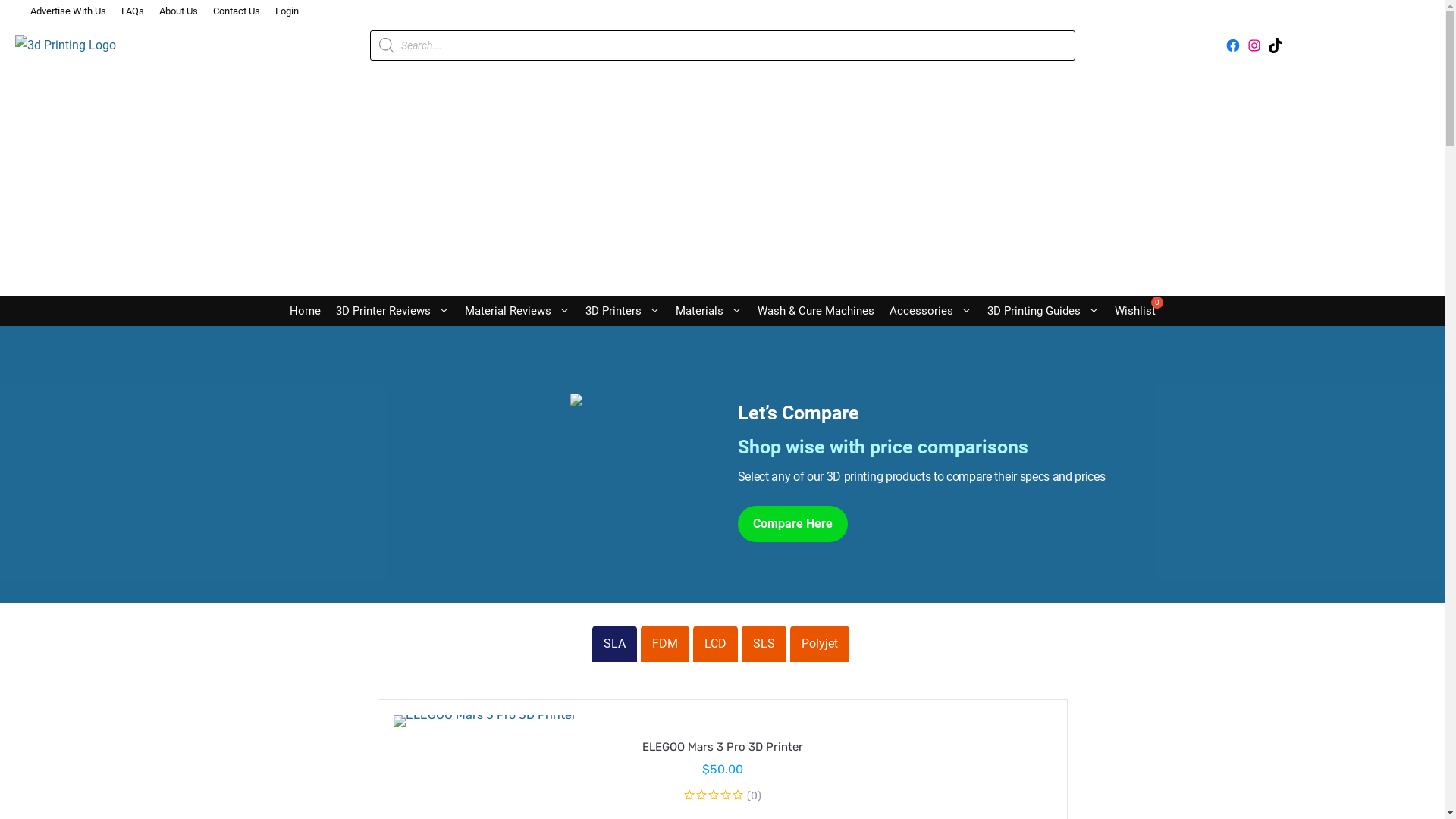  What do you see at coordinates (236, 11) in the screenshot?
I see `'Contact Us'` at bounding box center [236, 11].